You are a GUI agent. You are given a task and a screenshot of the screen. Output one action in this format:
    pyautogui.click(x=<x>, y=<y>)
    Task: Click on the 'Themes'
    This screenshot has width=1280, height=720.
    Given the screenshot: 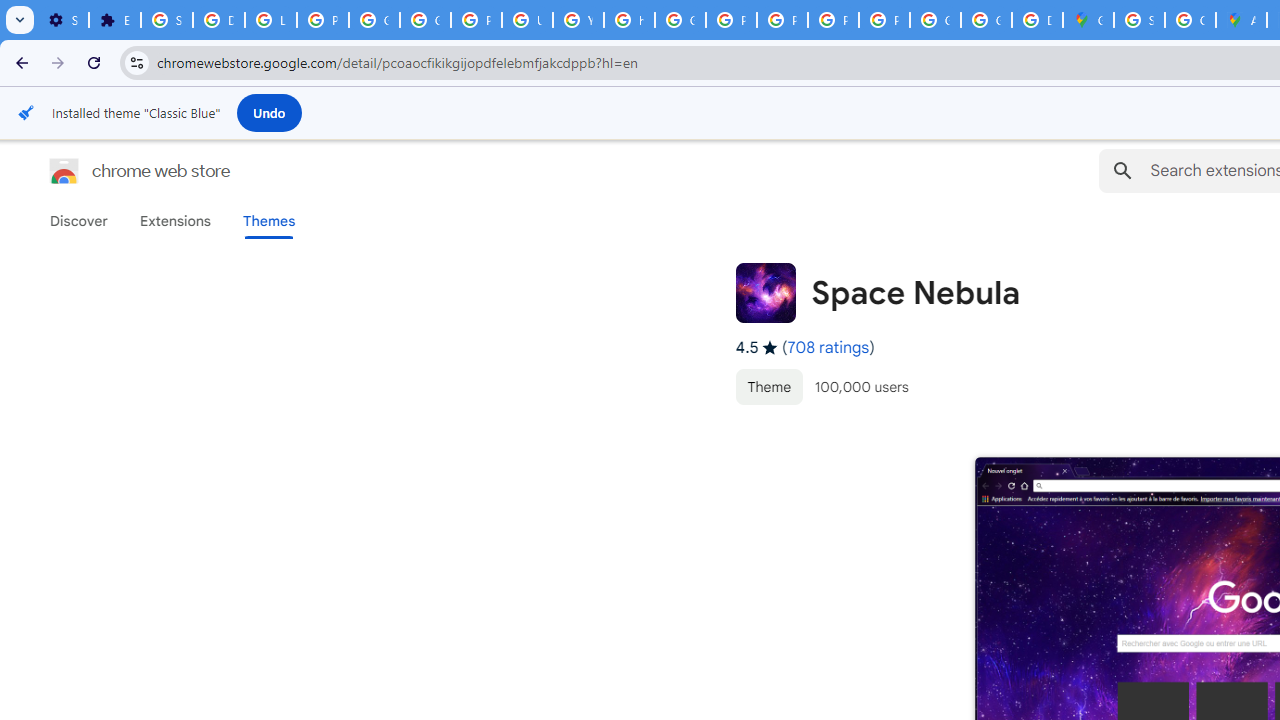 What is the action you would take?
    pyautogui.click(x=268, y=221)
    